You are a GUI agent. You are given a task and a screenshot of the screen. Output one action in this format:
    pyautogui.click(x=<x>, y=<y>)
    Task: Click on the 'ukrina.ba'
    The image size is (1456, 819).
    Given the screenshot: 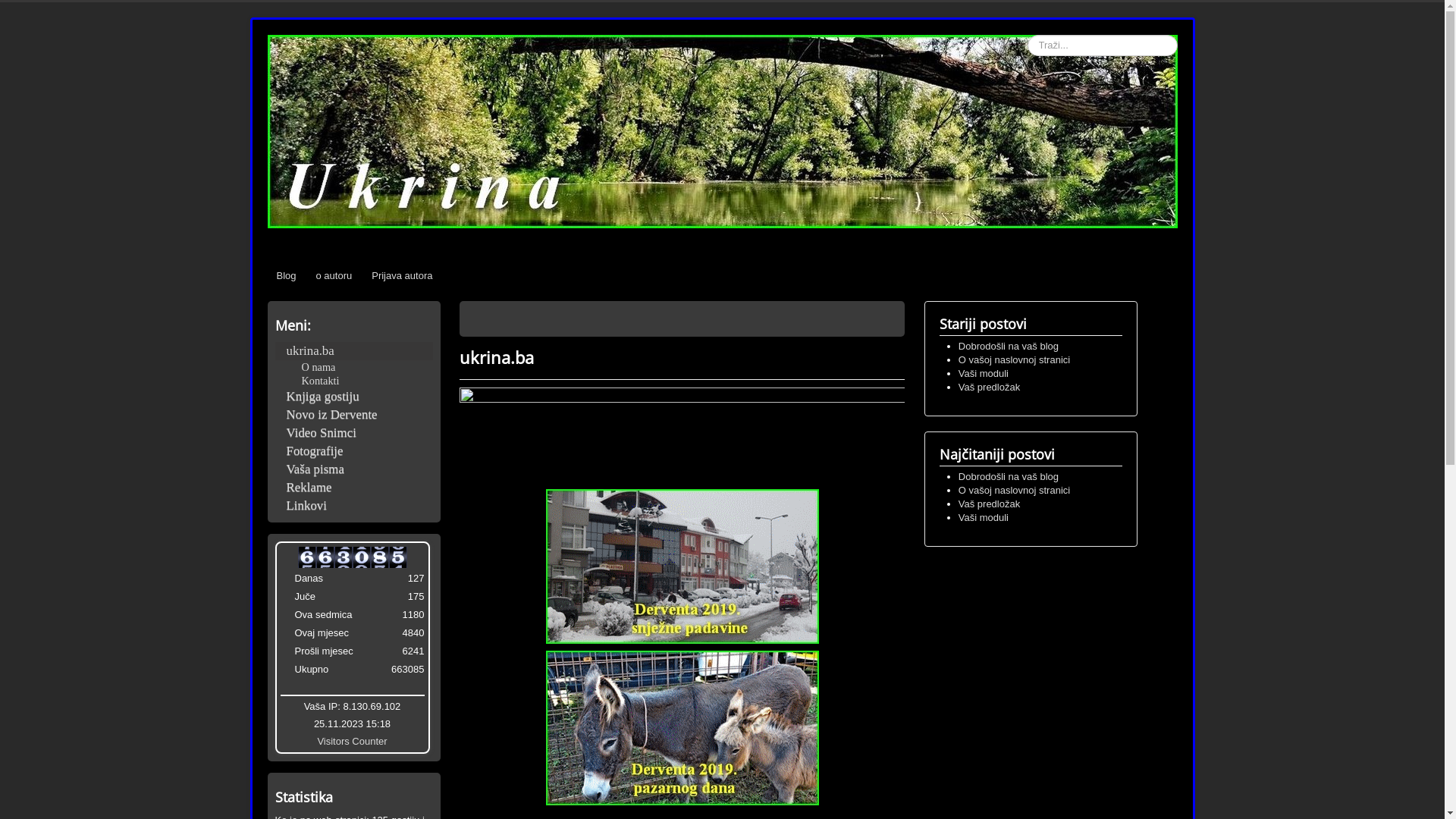 What is the action you would take?
    pyautogui.click(x=352, y=350)
    